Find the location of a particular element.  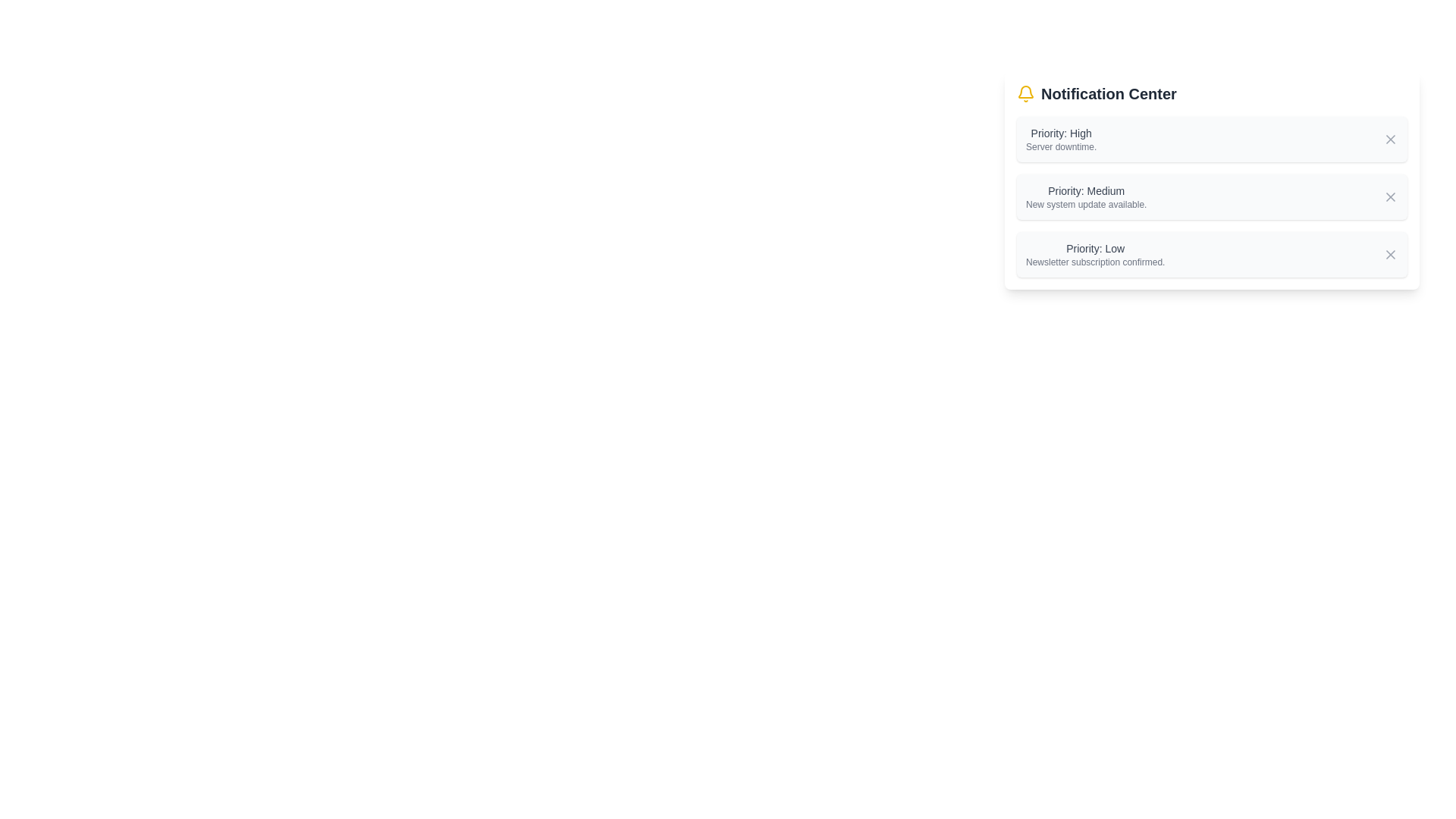

the notification with priority Low is located at coordinates (1095, 253).